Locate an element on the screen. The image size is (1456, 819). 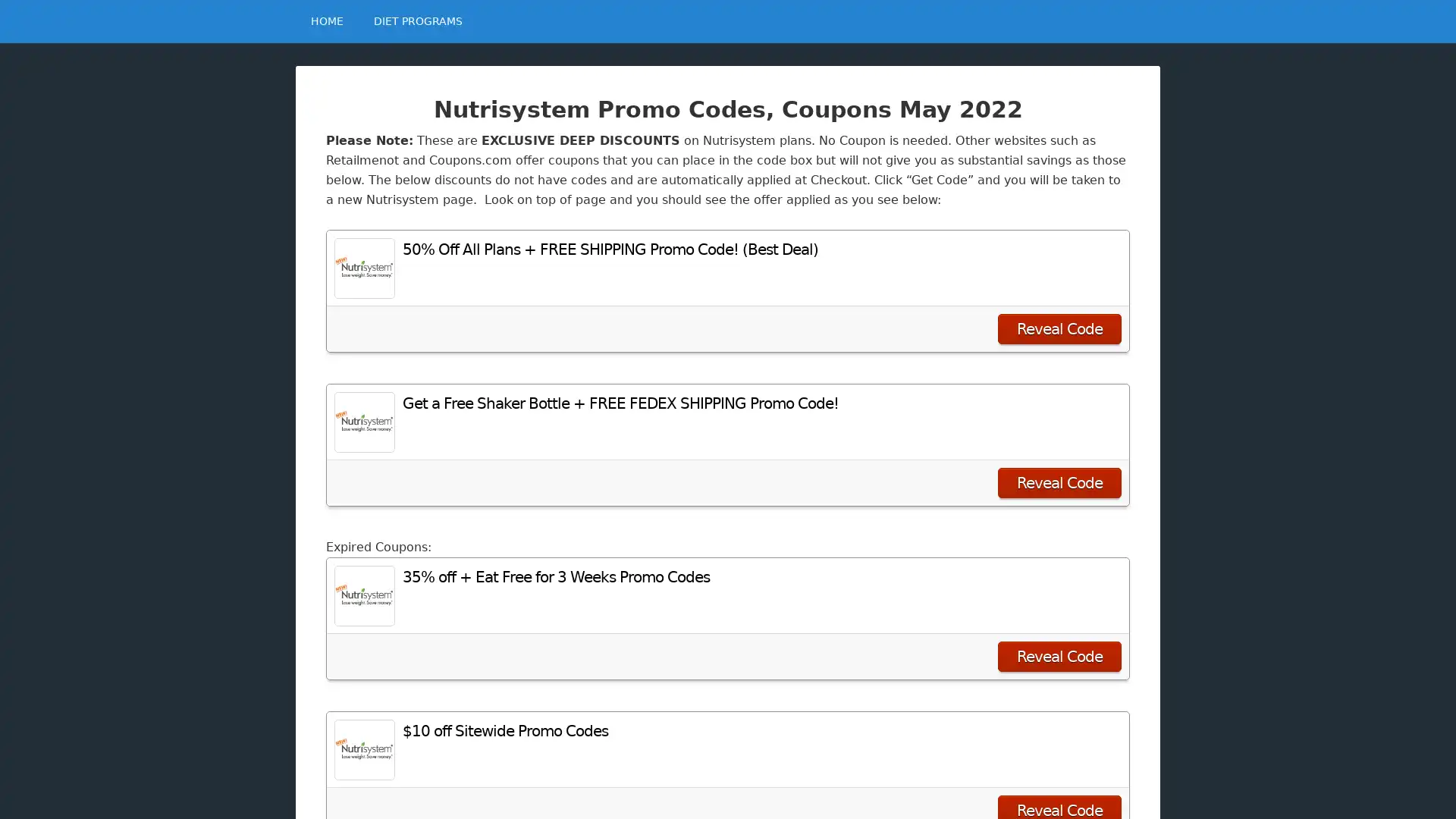
Reveal Code is located at coordinates (1059, 482).